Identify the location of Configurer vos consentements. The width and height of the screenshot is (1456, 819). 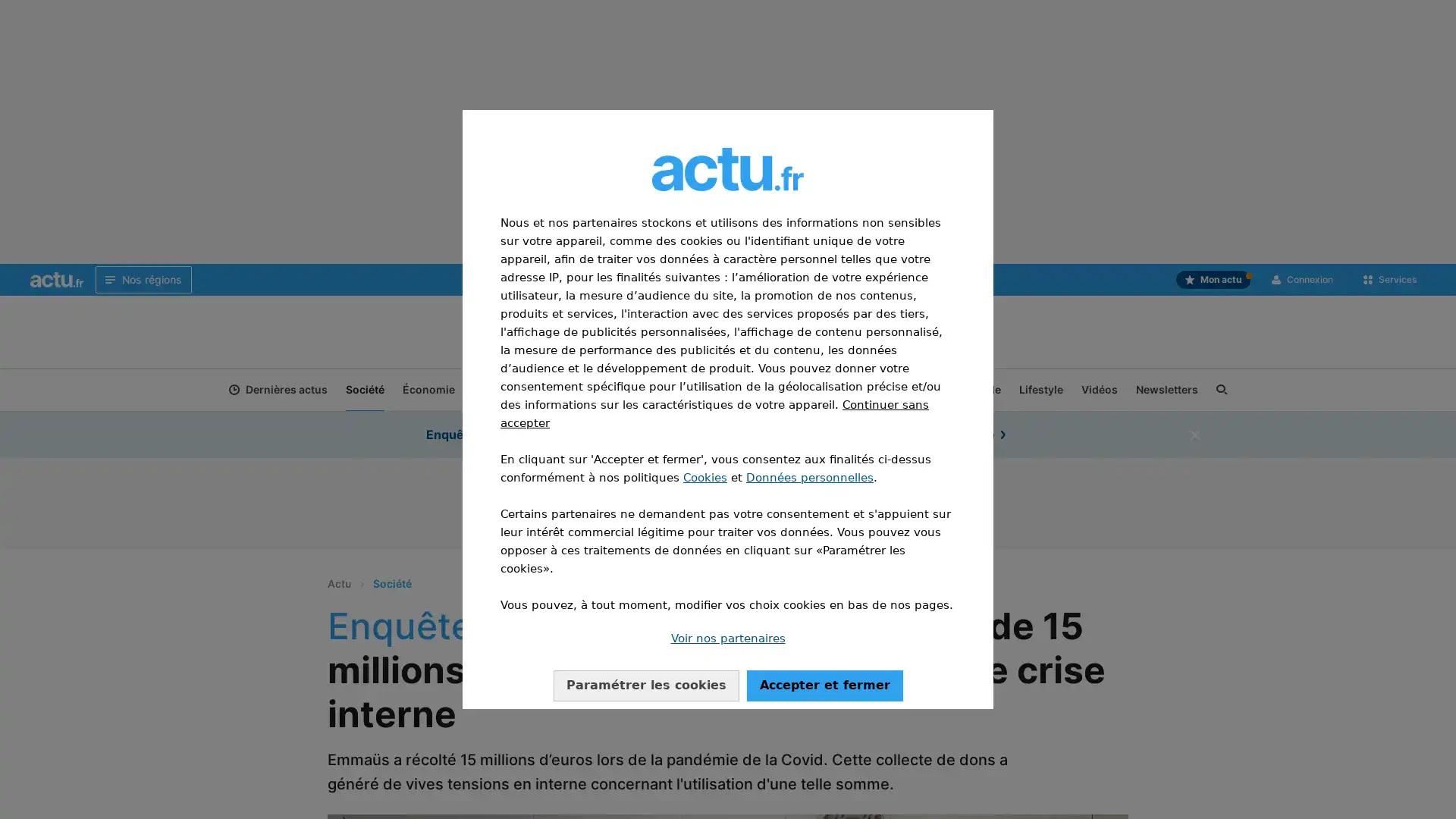
(645, 685).